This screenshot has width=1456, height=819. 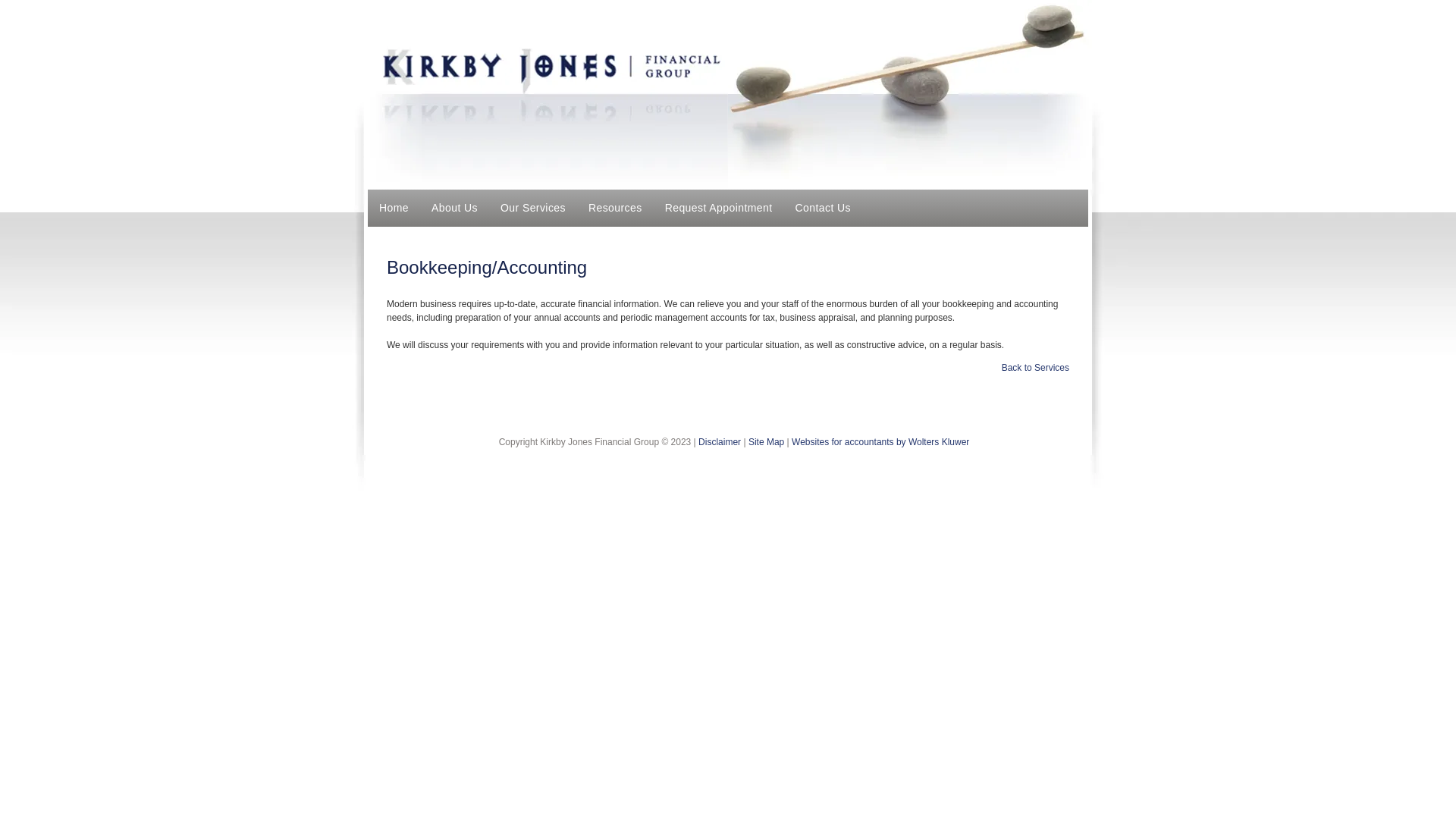 I want to click on 'Site Map', so click(x=766, y=441).